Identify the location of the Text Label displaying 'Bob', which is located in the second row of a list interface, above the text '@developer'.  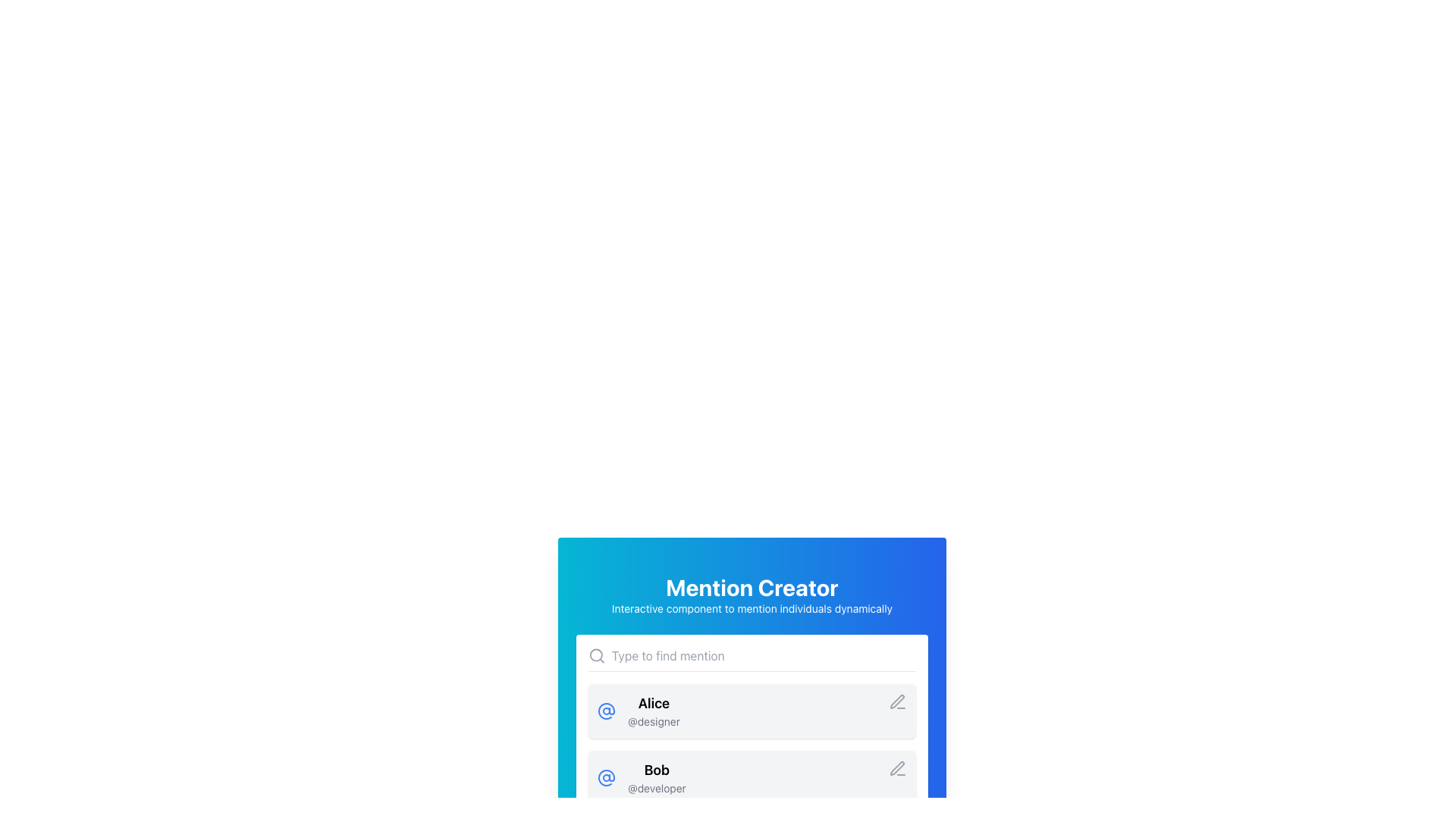
(657, 770).